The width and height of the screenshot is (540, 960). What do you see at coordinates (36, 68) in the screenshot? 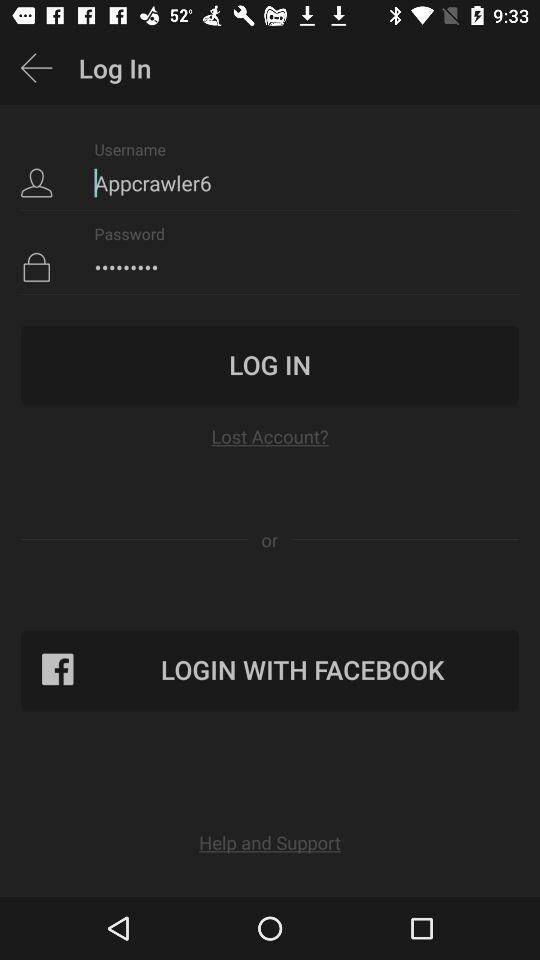
I see `go back` at bounding box center [36, 68].